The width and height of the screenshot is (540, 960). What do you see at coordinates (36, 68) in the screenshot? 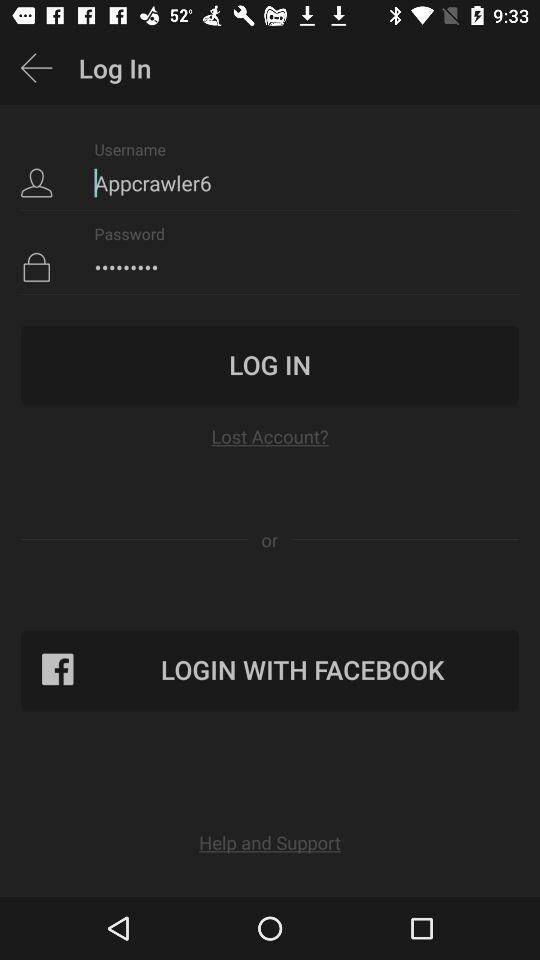
I see `go back` at bounding box center [36, 68].